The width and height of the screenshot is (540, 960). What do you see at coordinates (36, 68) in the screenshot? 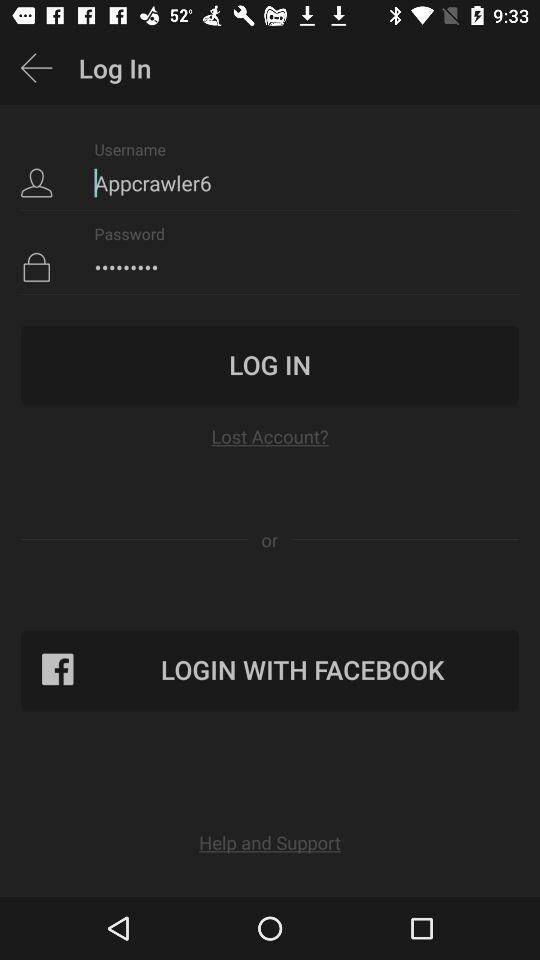
I see `go back` at bounding box center [36, 68].